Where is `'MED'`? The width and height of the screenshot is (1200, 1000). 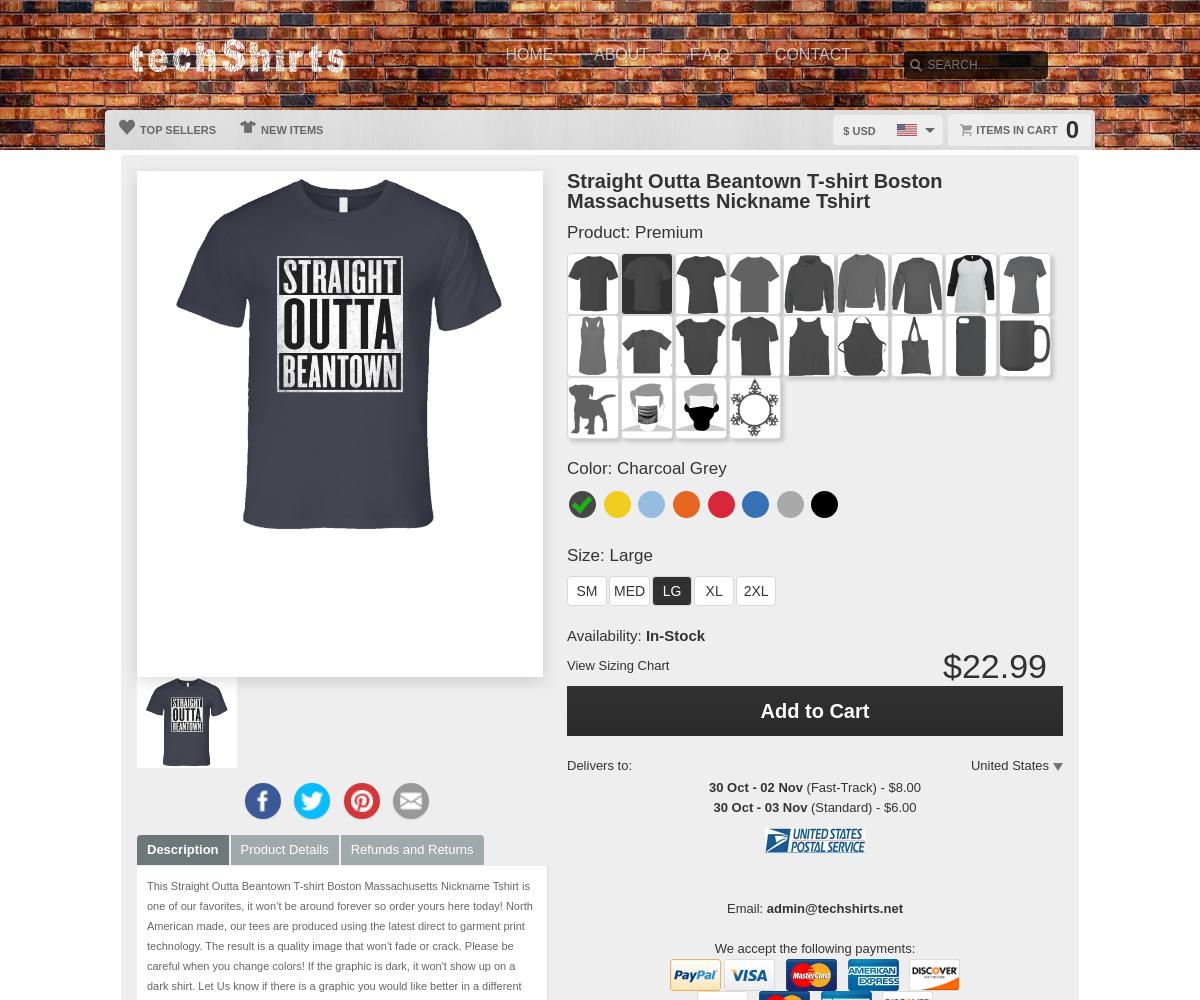 'MED' is located at coordinates (629, 590).